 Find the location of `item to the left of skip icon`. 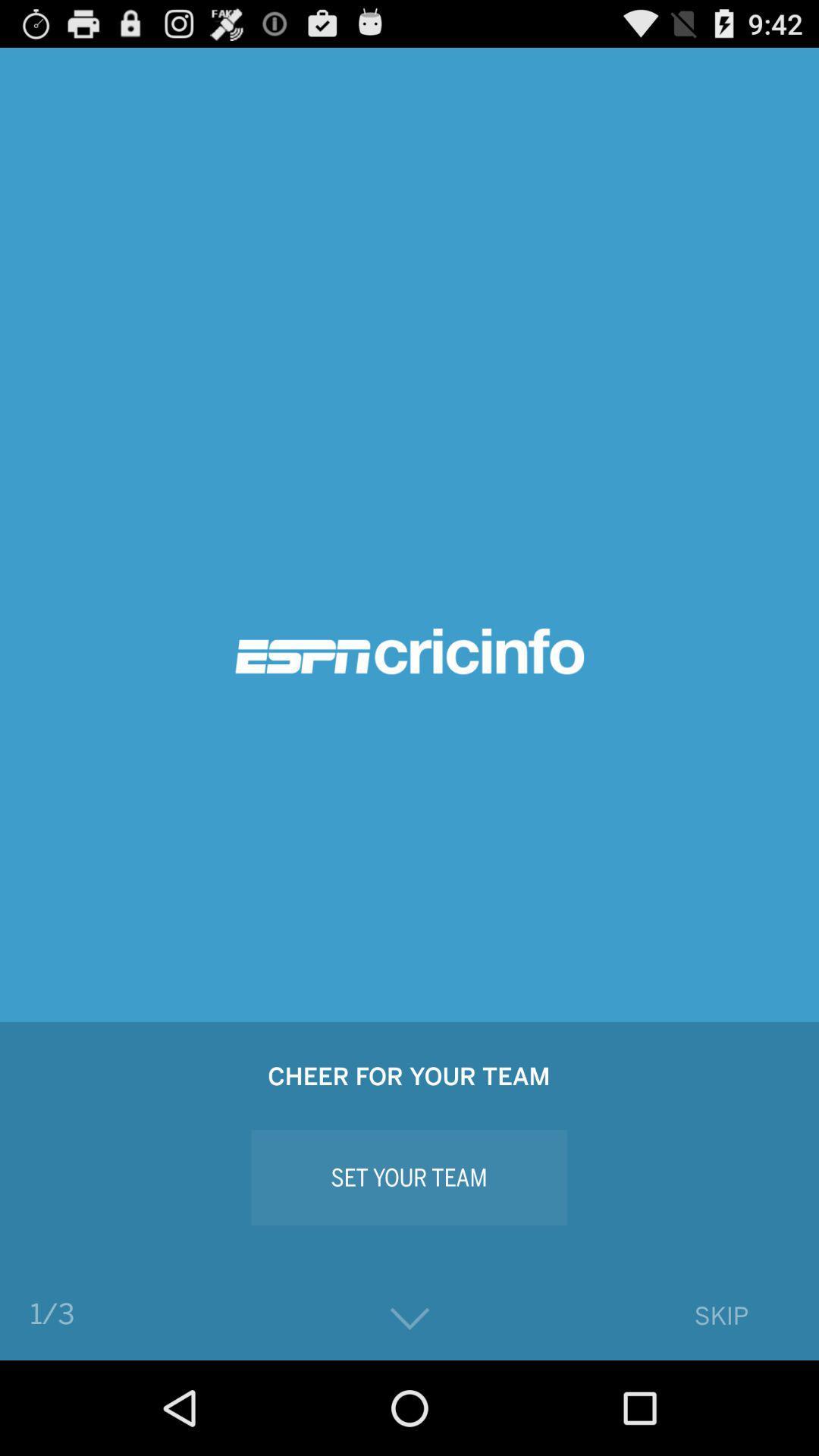

item to the left of skip icon is located at coordinates (409, 1318).